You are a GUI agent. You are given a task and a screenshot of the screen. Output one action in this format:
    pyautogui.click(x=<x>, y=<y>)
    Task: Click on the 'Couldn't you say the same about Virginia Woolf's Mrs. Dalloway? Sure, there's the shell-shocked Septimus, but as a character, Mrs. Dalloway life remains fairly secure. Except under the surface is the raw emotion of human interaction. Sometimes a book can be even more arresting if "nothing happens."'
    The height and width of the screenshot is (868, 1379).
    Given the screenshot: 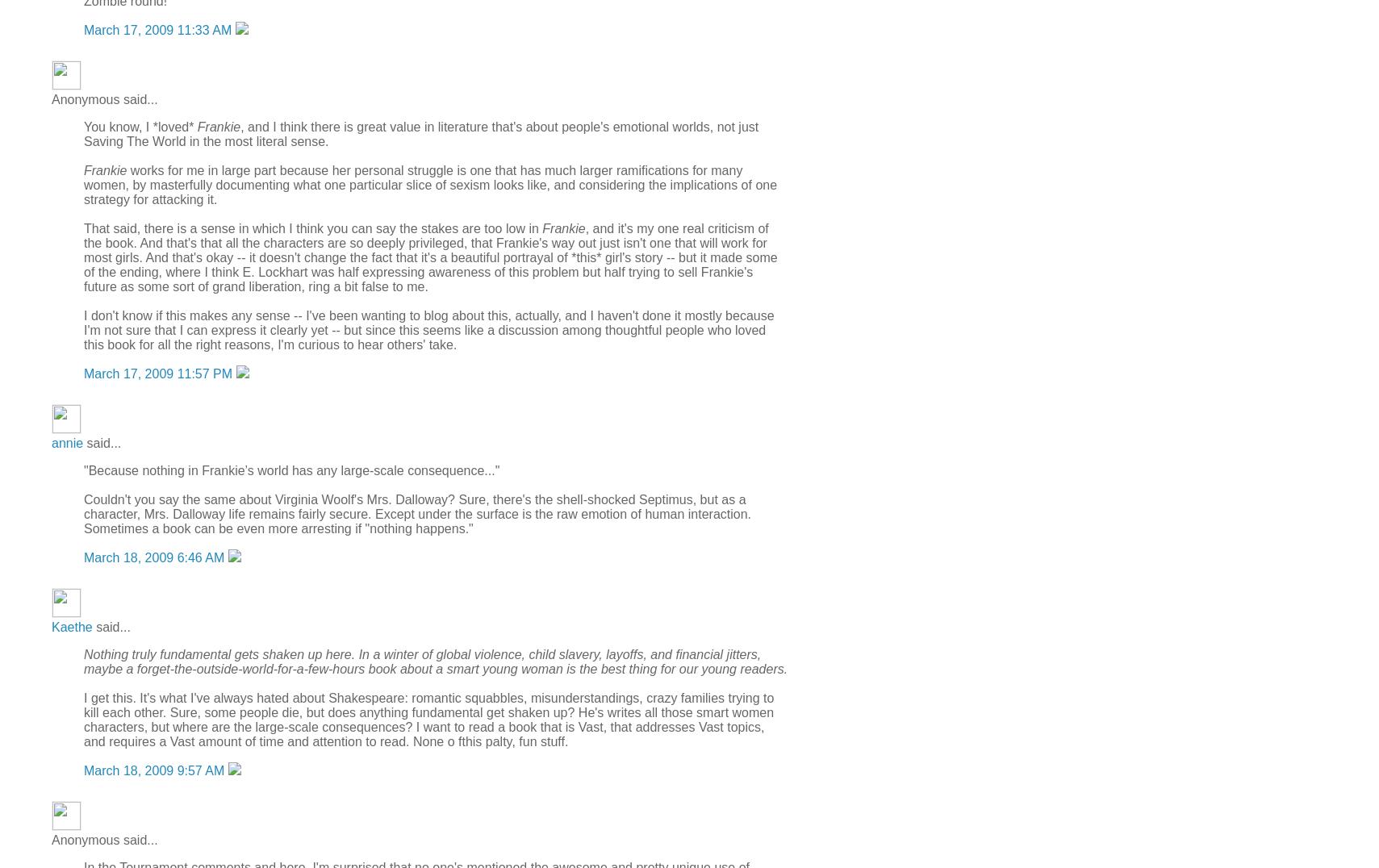 What is the action you would take?
    pyautogui.click(x=416, y=512)
    